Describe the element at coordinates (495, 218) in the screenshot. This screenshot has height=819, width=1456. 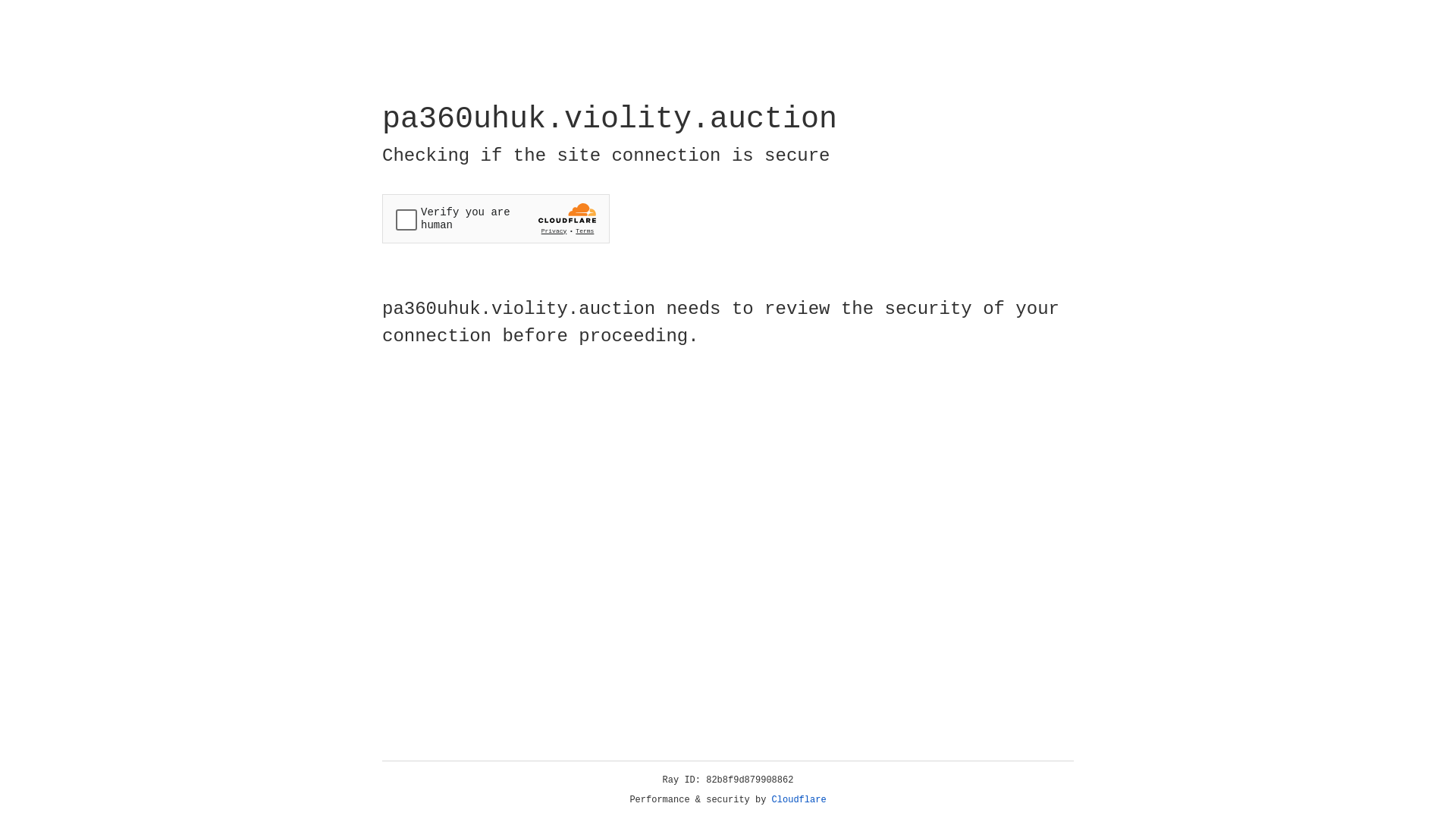
I see `'Widget containing a Cloudflare security challenge'` at that location.